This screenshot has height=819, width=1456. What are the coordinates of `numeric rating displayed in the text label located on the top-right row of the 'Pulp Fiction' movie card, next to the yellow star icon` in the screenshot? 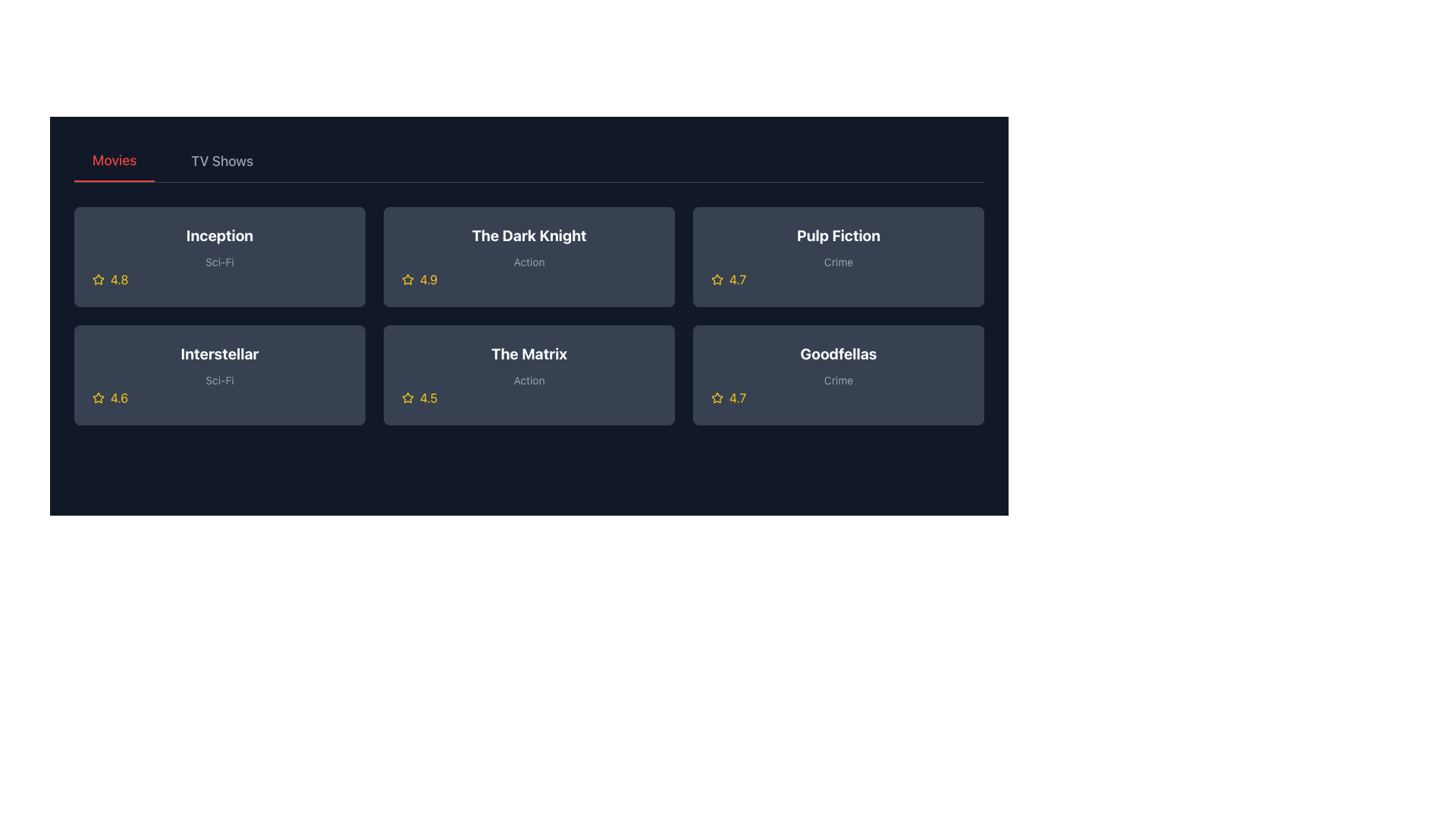 It's located at (738, 280).